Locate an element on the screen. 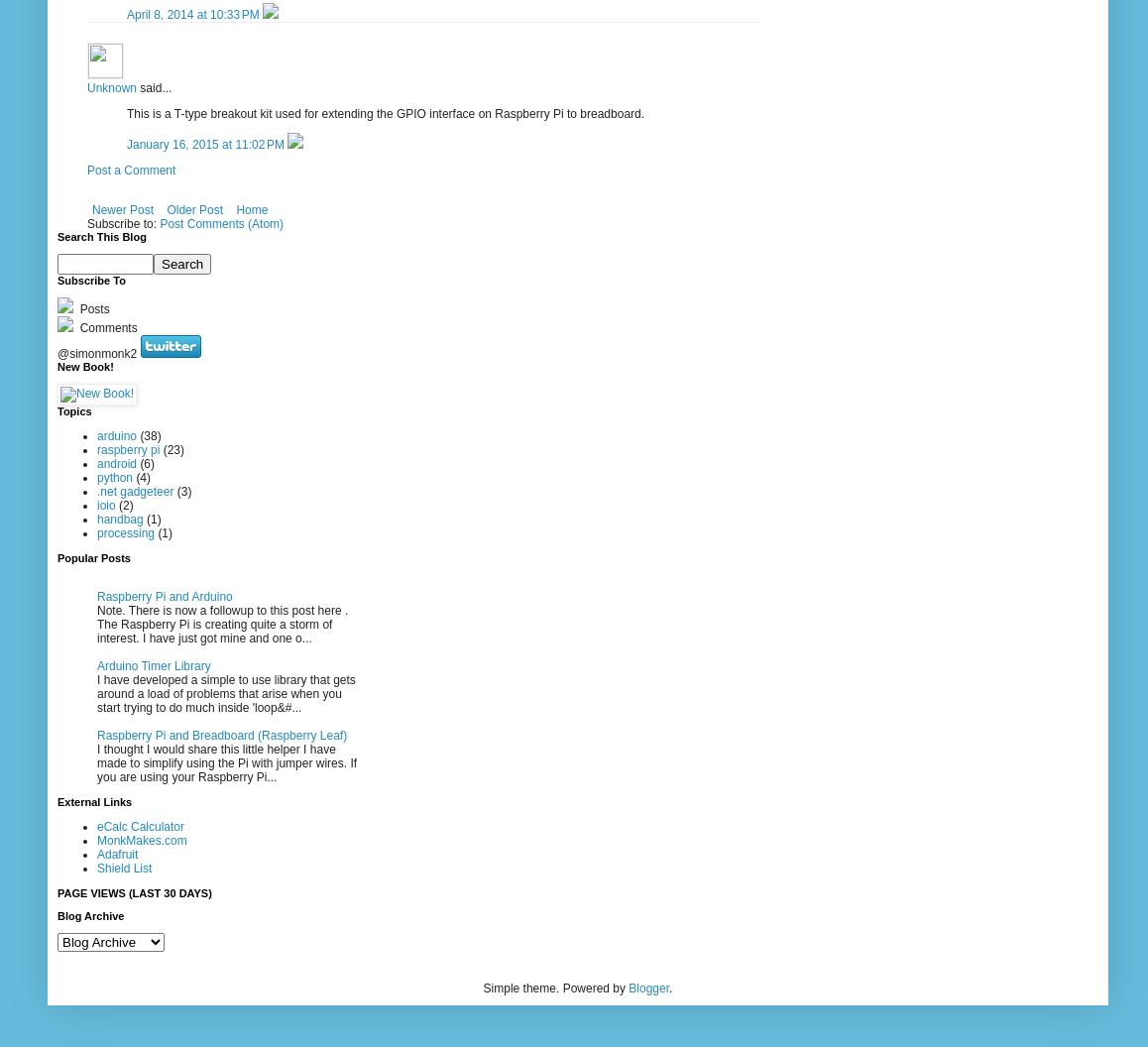 The width and height of the screenshot is (1148, 1047). 'Older Post' is located at coordinates (194, 207).